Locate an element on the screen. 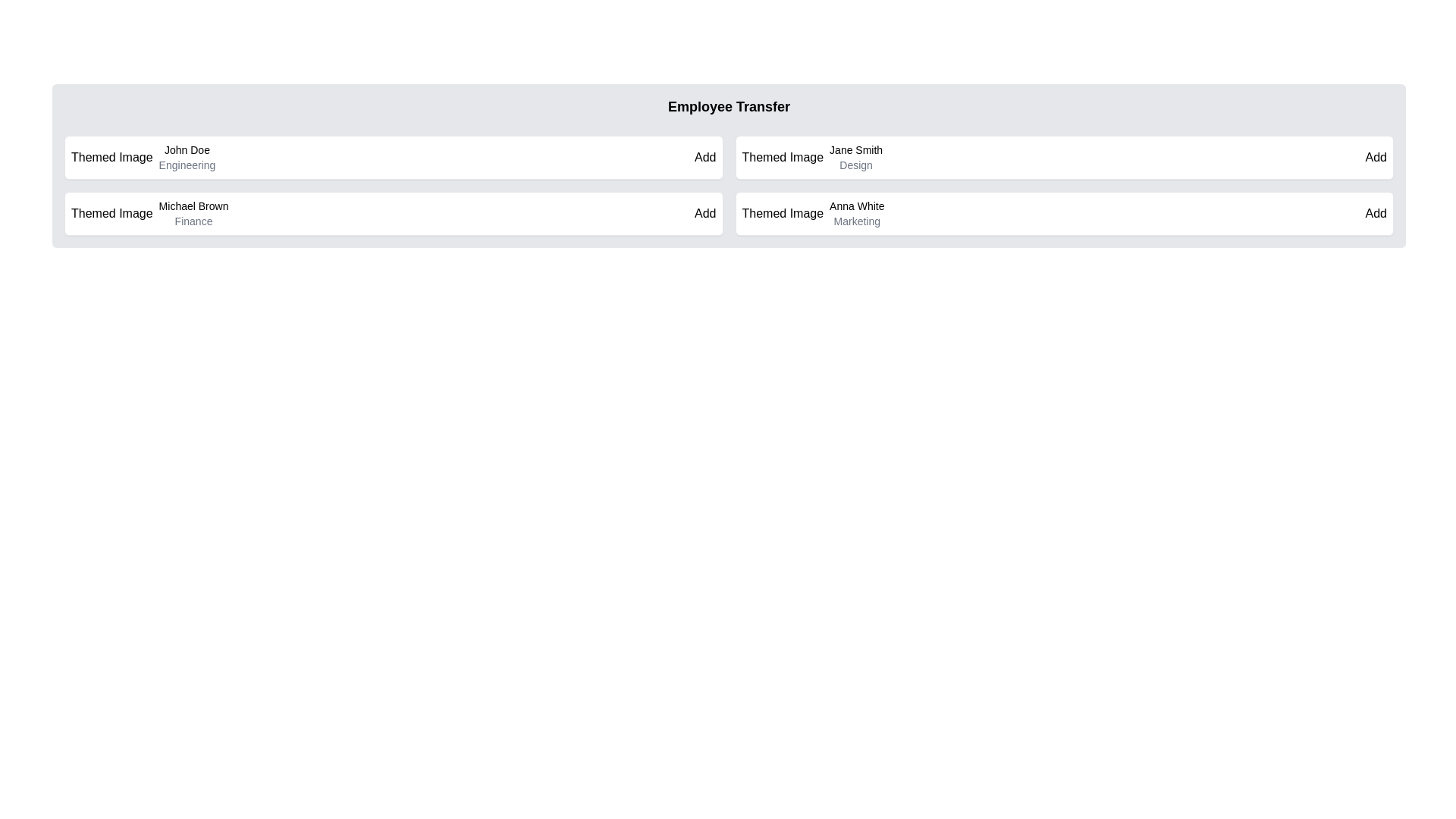 The width and height of the screenshot is (1456, 819). the Text Block element displaying 'Anna White' and 'Marketing' located in the bottom-right card of the grid is located at coordinates (857, 213).